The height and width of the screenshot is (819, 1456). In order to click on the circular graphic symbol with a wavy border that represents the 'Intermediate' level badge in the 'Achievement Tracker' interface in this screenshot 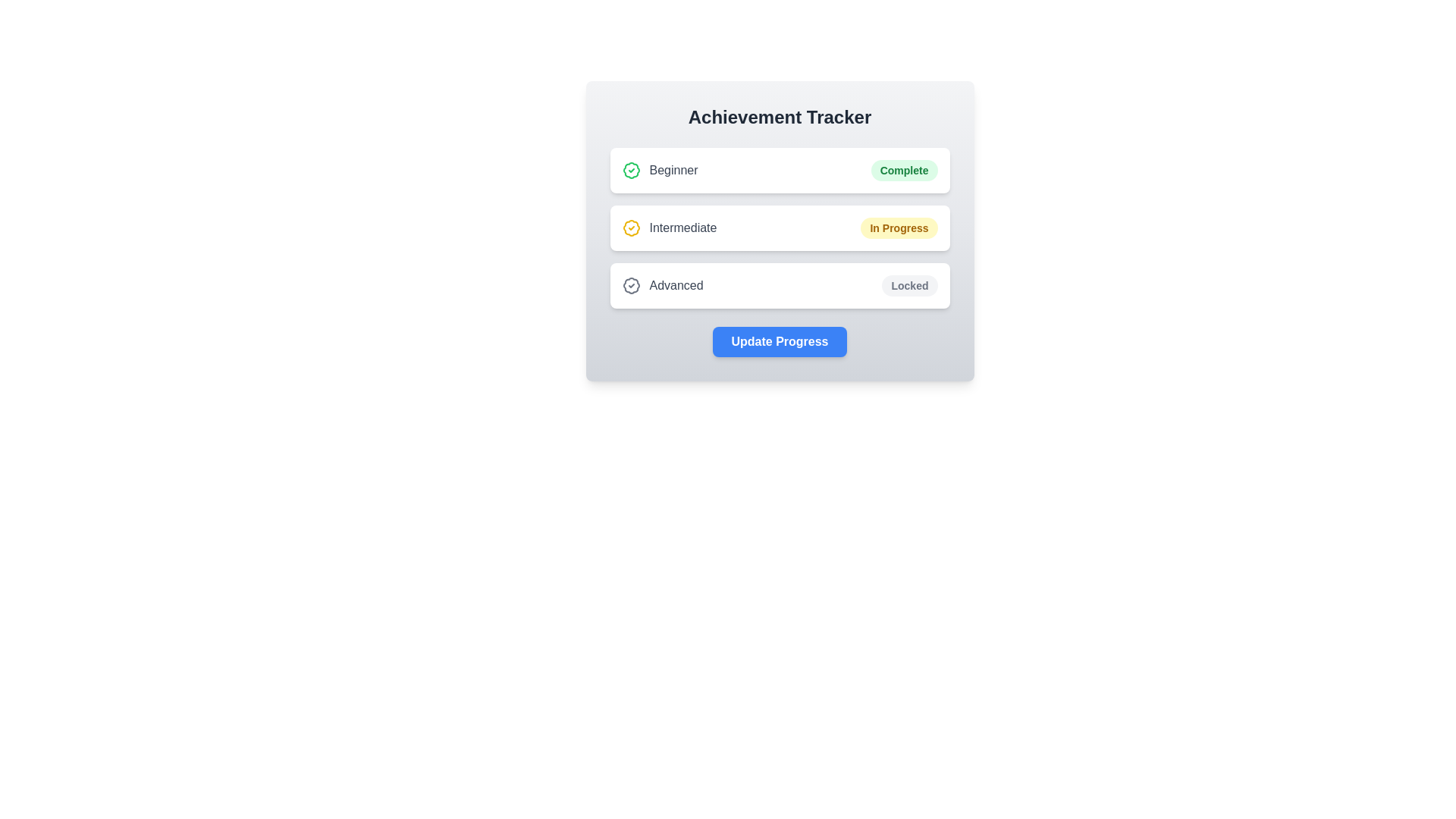, I will do `click(631, 227)`.